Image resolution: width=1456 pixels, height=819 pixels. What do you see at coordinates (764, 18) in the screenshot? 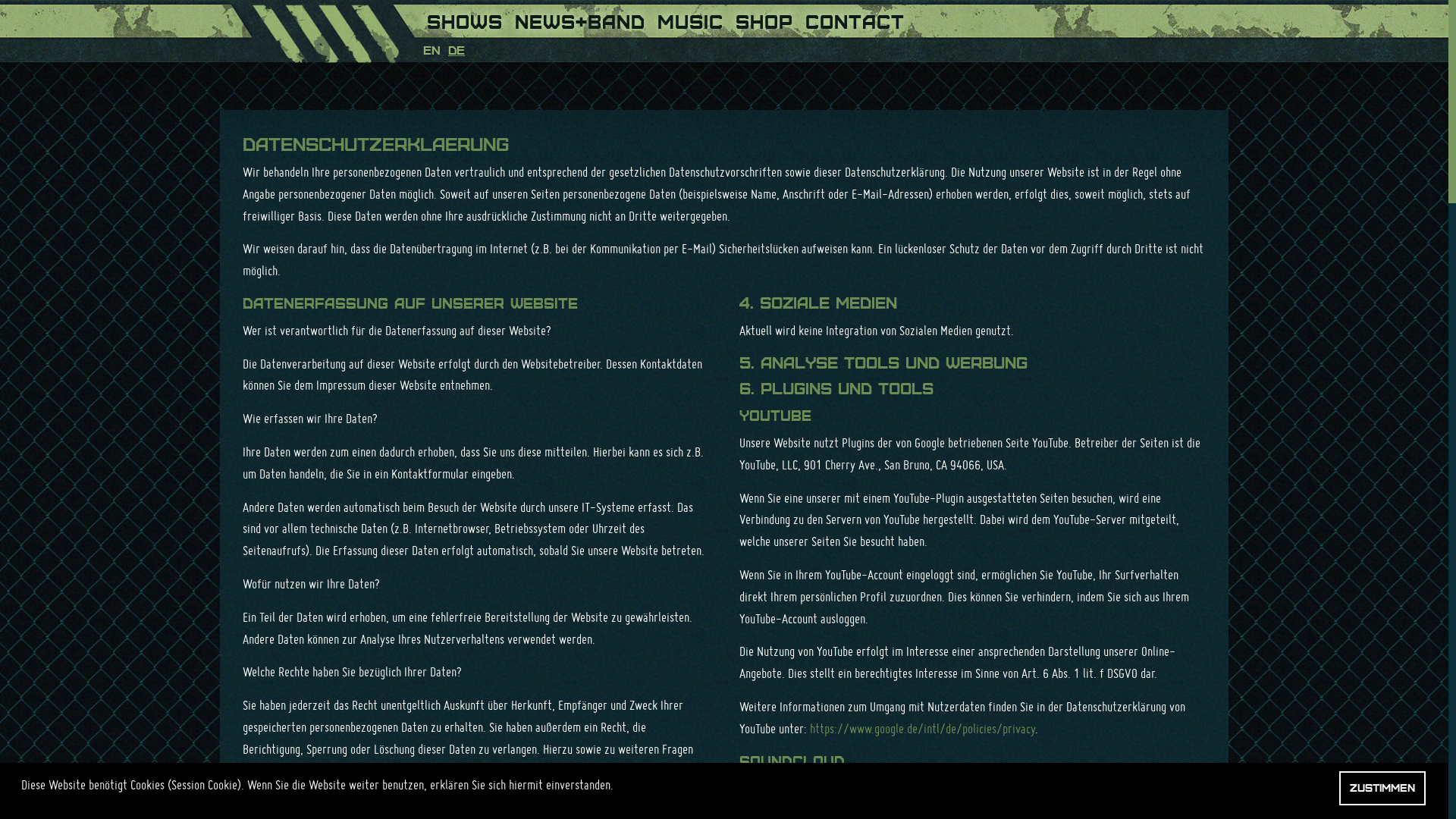
I see `'SHOP'` at bounding box center [764, 18].